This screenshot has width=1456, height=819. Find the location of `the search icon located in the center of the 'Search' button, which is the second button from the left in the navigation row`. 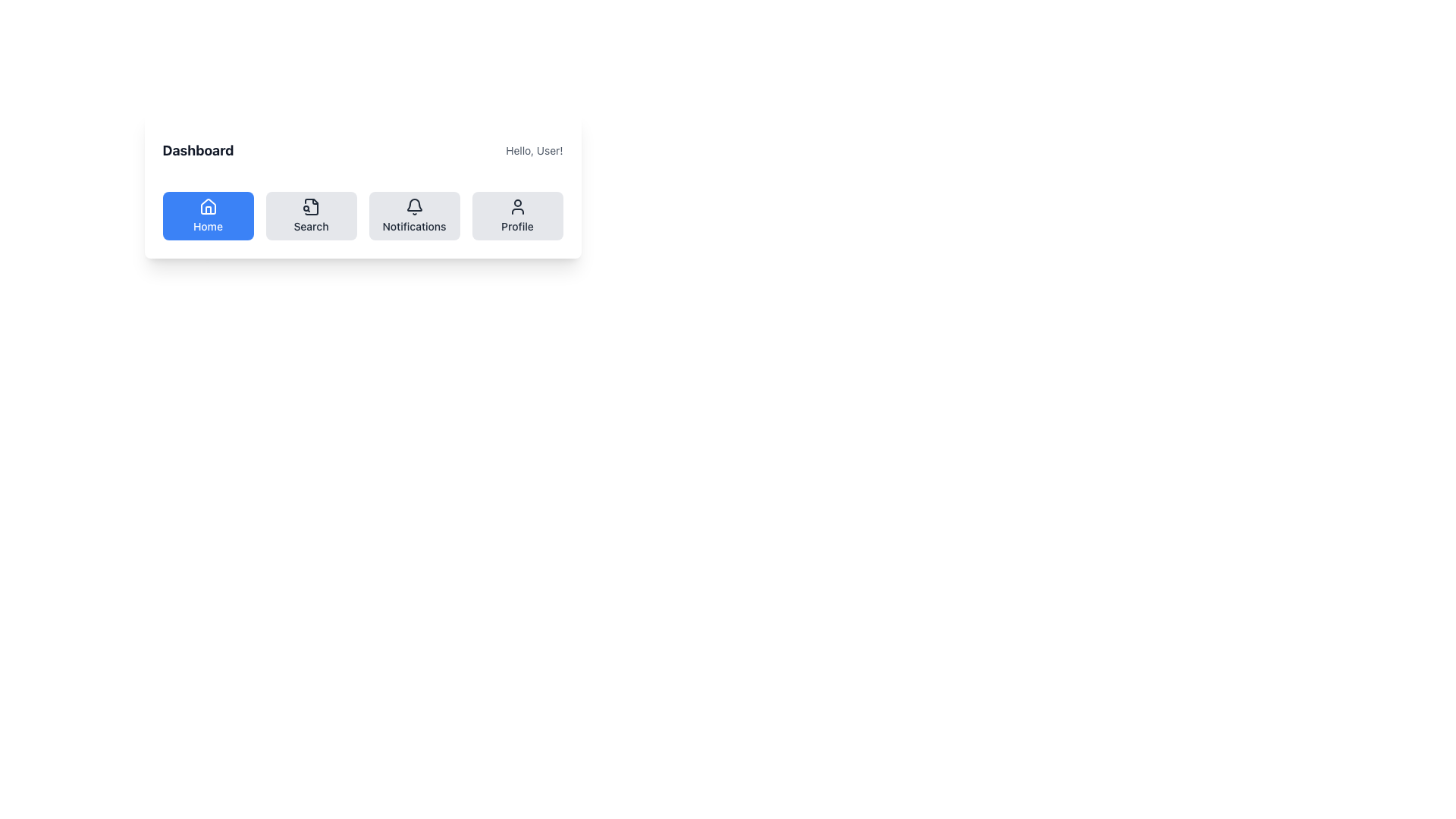

the search icon located in the center of the 'Search' button, which is the second button from the left in the navigation row is located at coordinates (310, 207).